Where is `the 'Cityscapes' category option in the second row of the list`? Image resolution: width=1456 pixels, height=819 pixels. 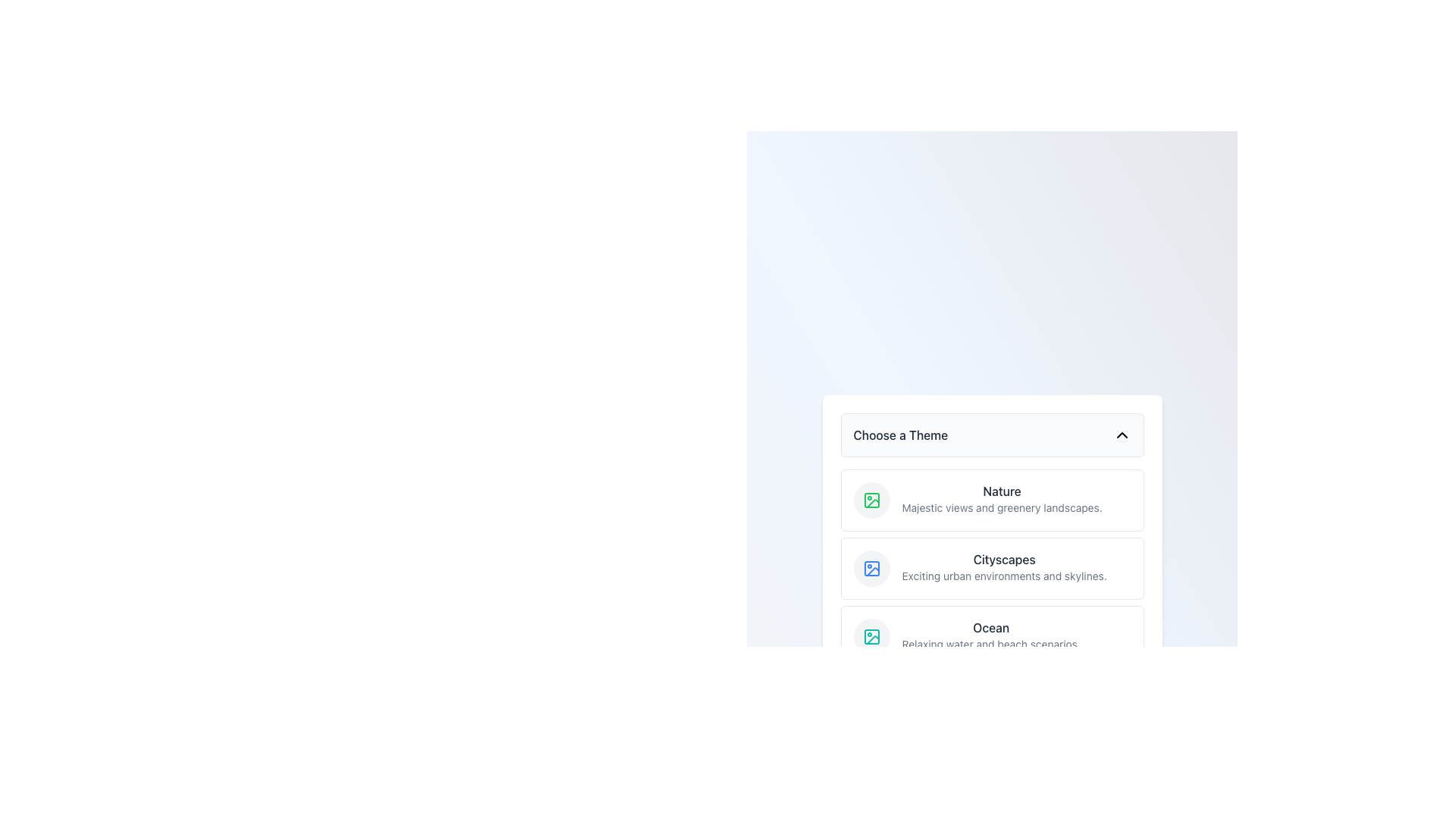 the 'Cityscapes' category option in the second row of the list is located at coordinates (1004, 568).